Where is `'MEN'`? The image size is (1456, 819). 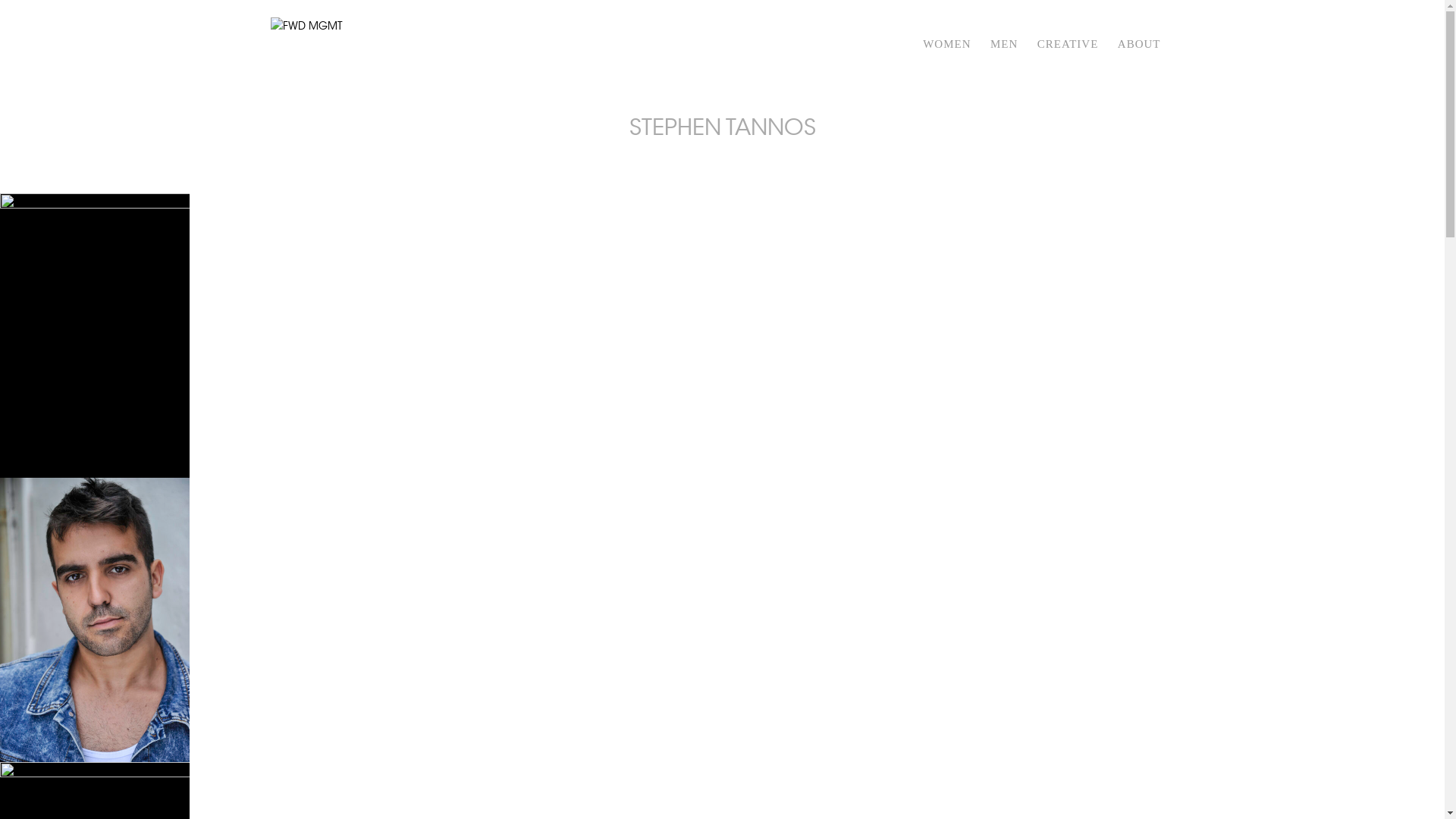 'MEN' is located at coordinates (1004, 62).